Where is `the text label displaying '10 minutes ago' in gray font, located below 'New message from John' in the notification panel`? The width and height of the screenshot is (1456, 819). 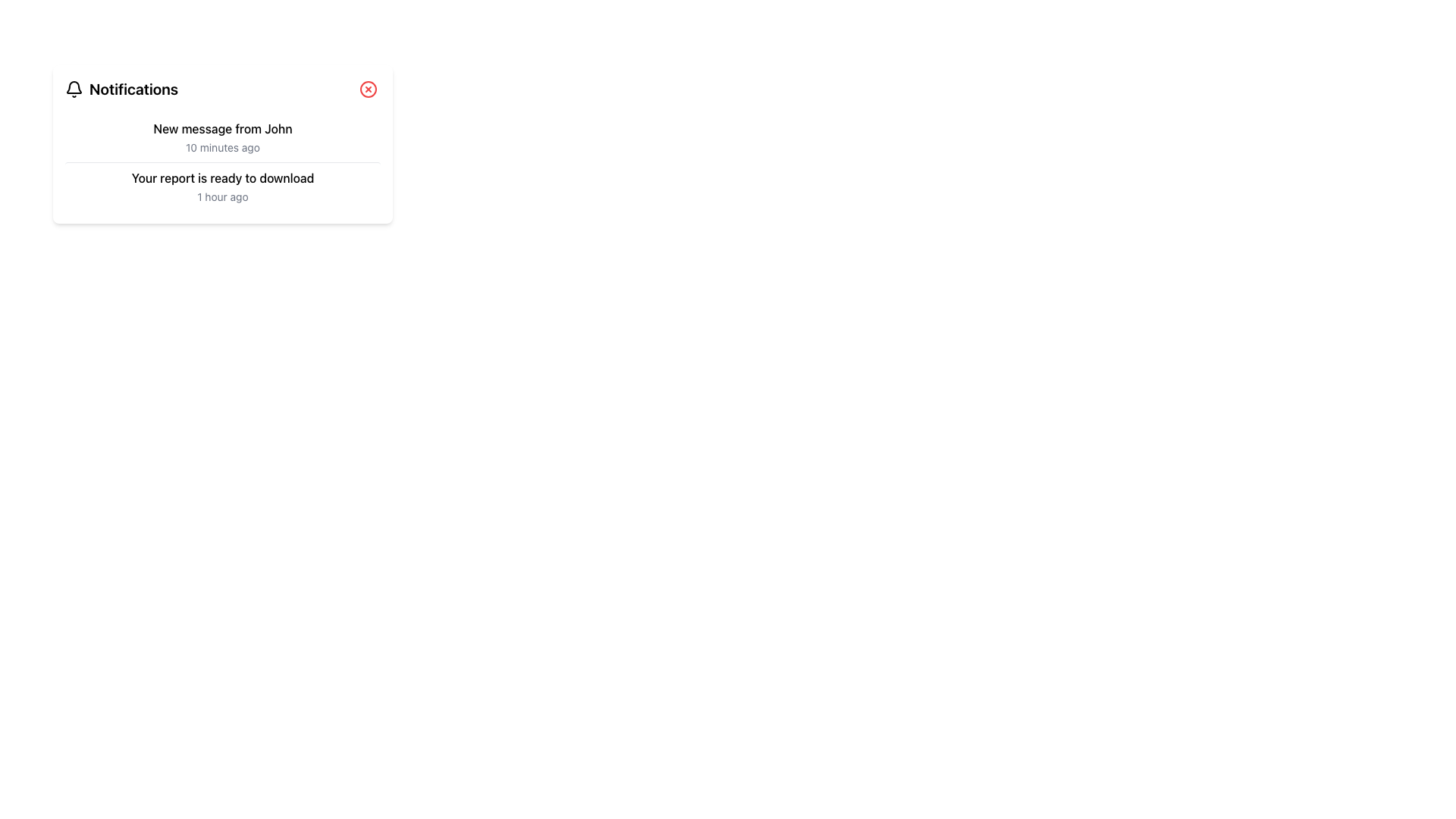 the text label displaying '10 minutes ago' in gray font, located below 'New message from John' in the notification panel is located at coordinates (221, 147).